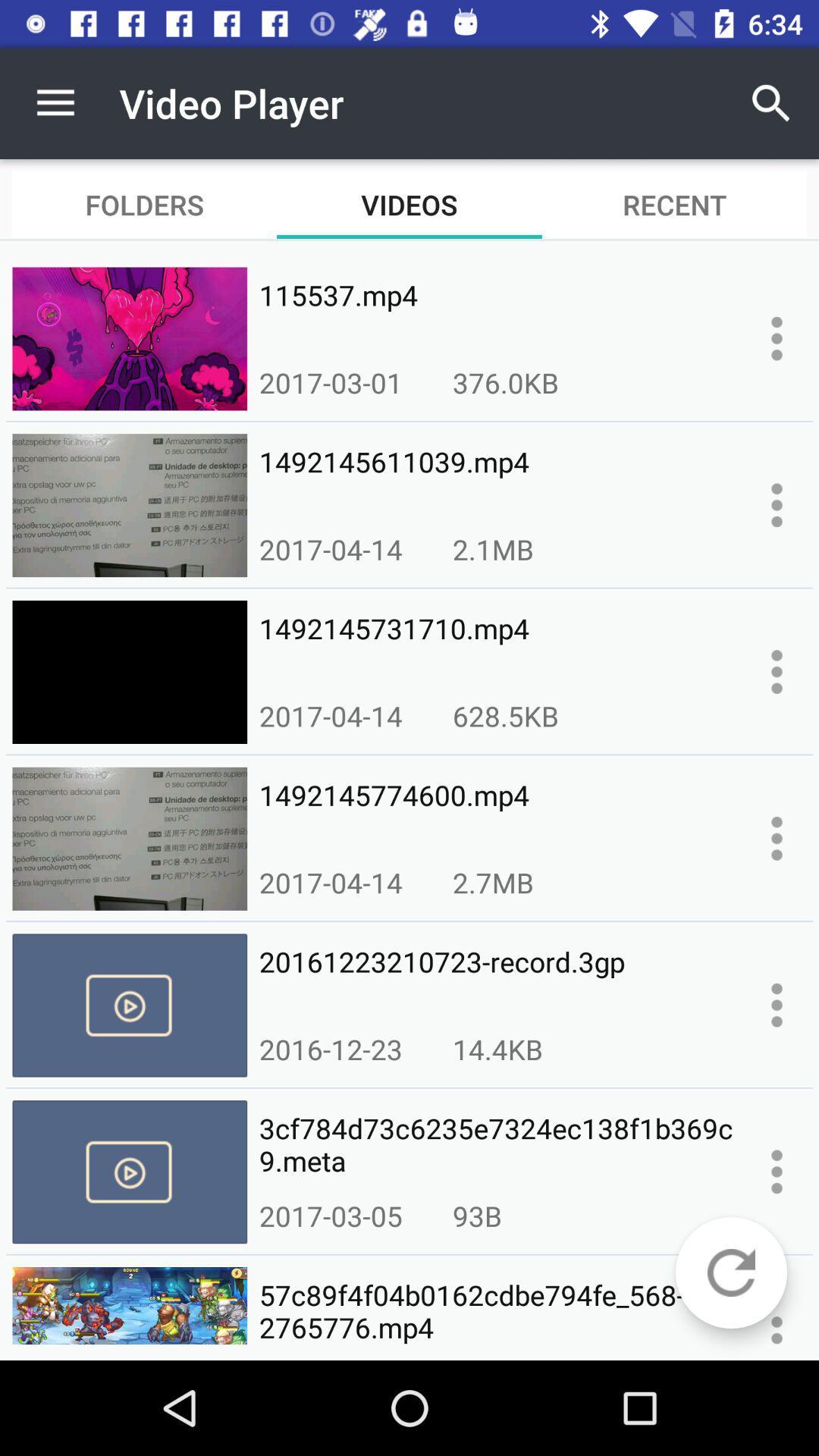 This screenshot has height=1456, width=819. What do you see at coordinates (777, 337) in the screenshot?
I see `open options` at bounding box center [777, 337].